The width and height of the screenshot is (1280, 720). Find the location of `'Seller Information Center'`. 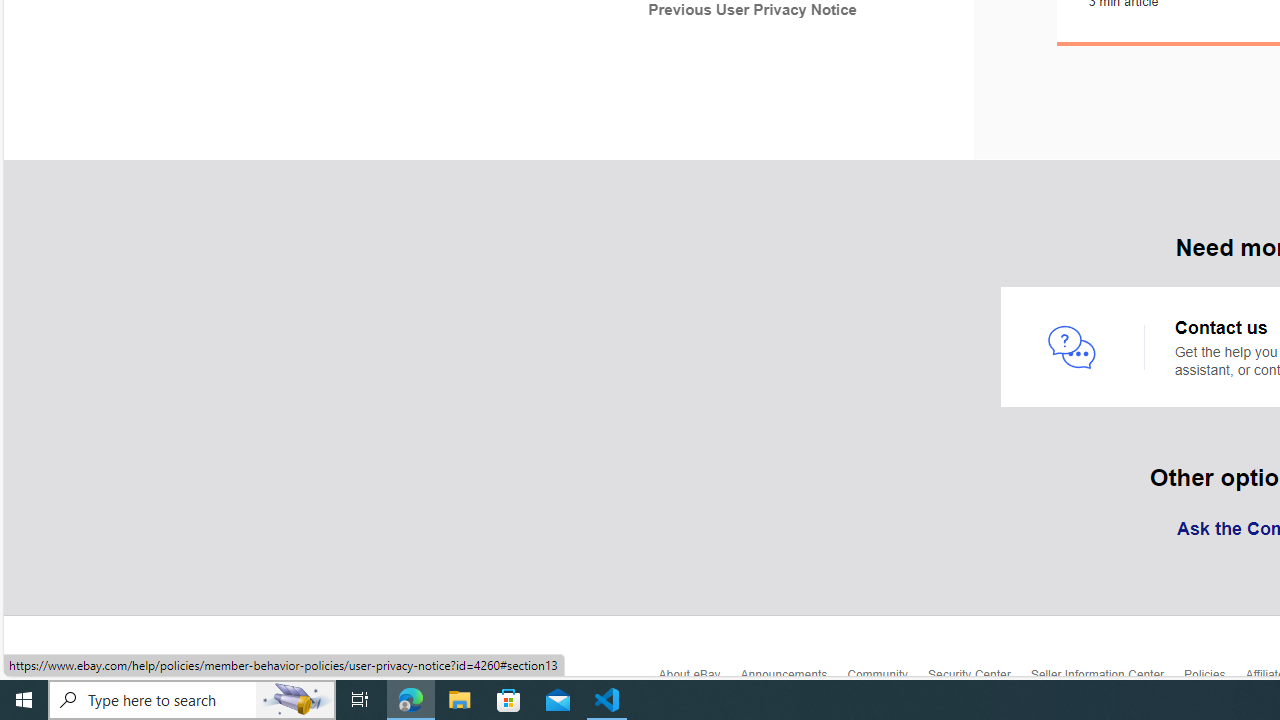

'Seller Information Center' is located at coordinates (1106, 678).